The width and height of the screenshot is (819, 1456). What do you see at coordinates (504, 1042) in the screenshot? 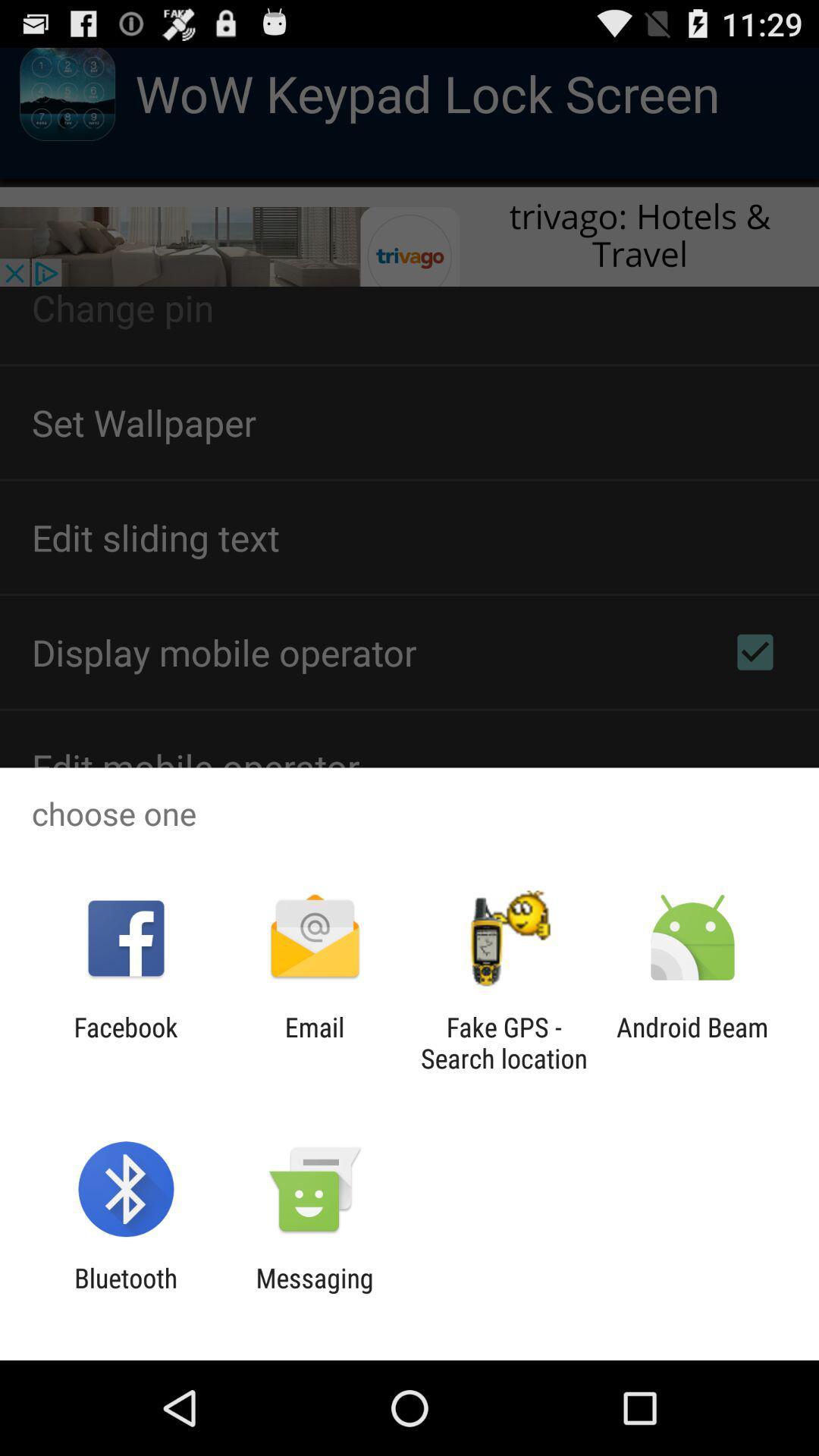
I see `icon next to the email icon` at bounding box center [504, 1042].